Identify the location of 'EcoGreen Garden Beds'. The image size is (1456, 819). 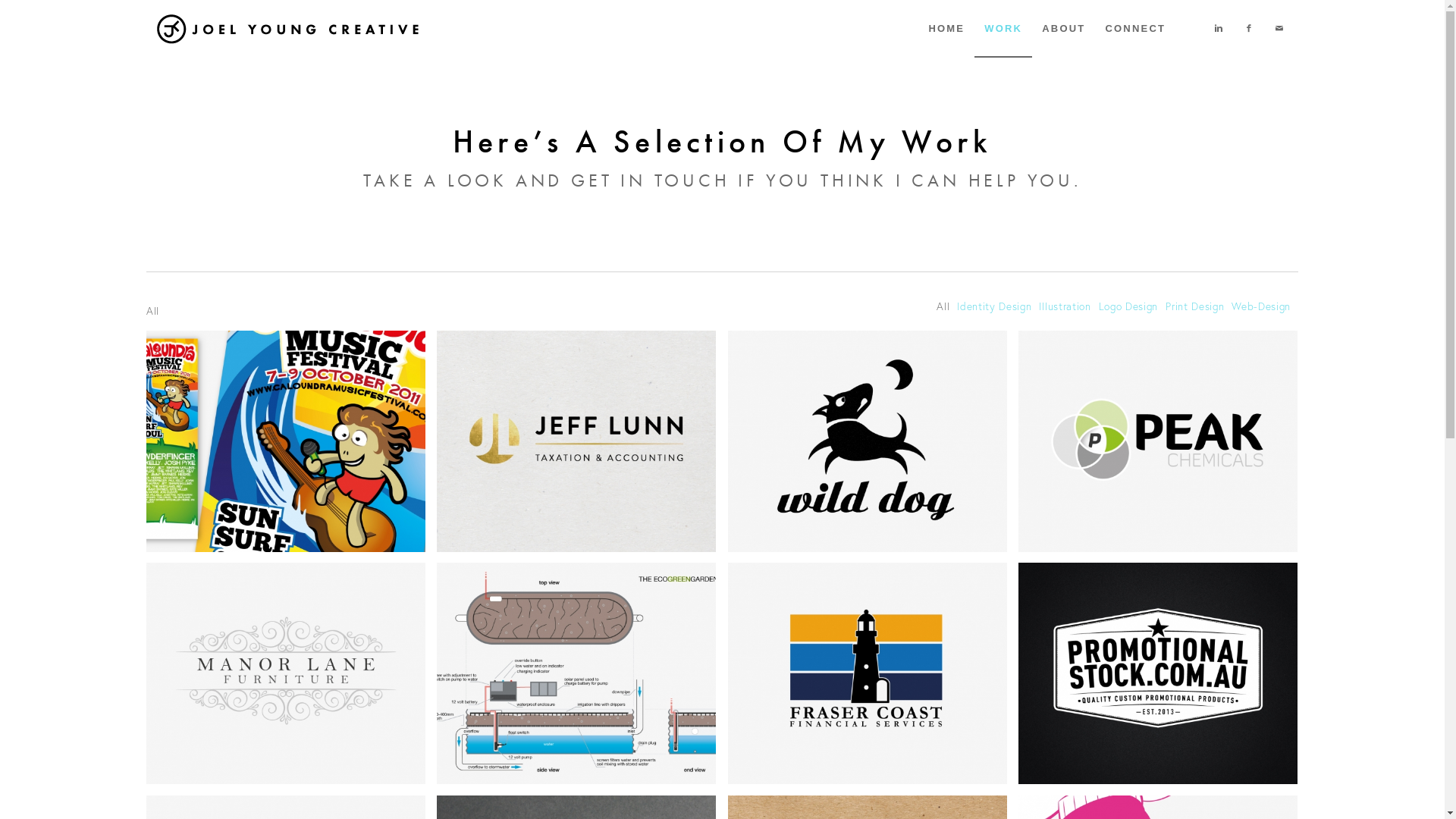
(576, 672).